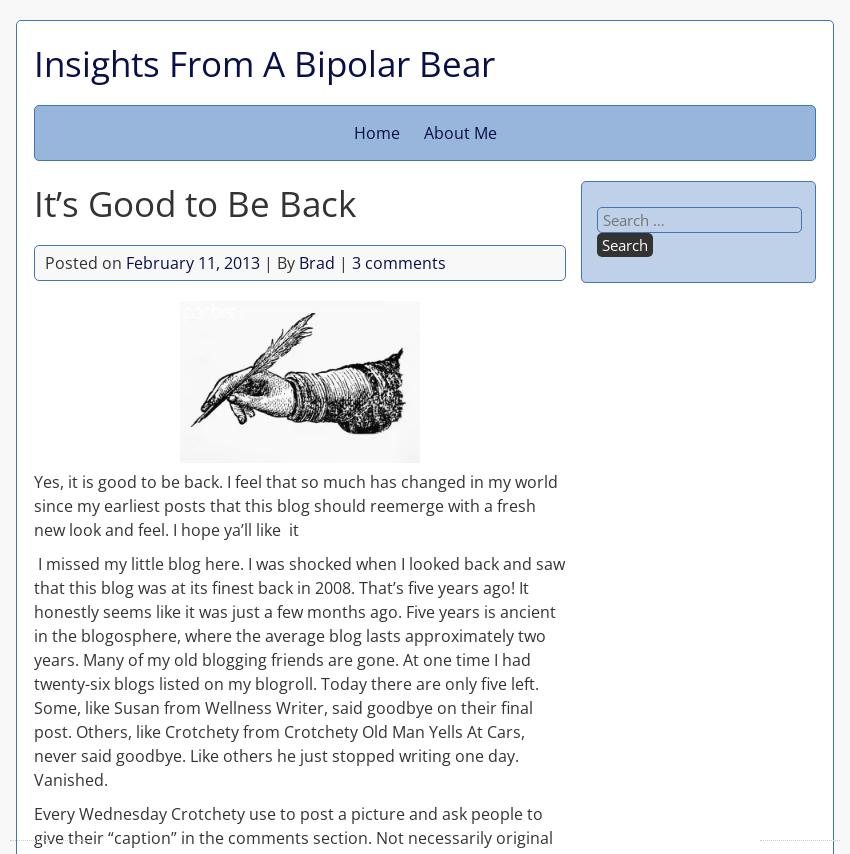 This screenshot has width=850, height=854. Describe the element at coordinates (263, 62) in the screenshot. I see `'Insights From A Bipolar Bear'` at that location.